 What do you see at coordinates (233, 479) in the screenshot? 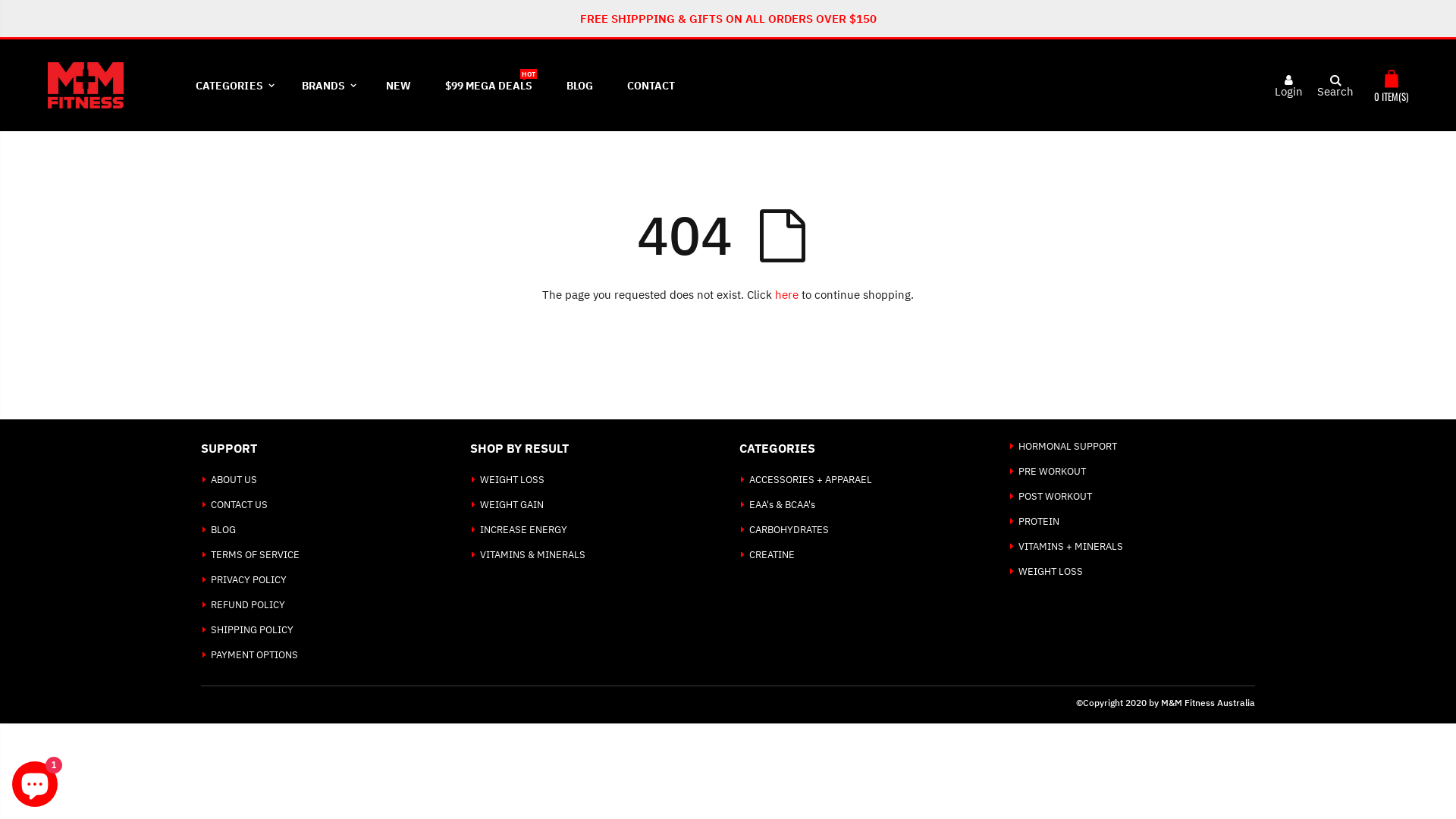
I see `'ABOUT US'` at bounding box center [233, 479].